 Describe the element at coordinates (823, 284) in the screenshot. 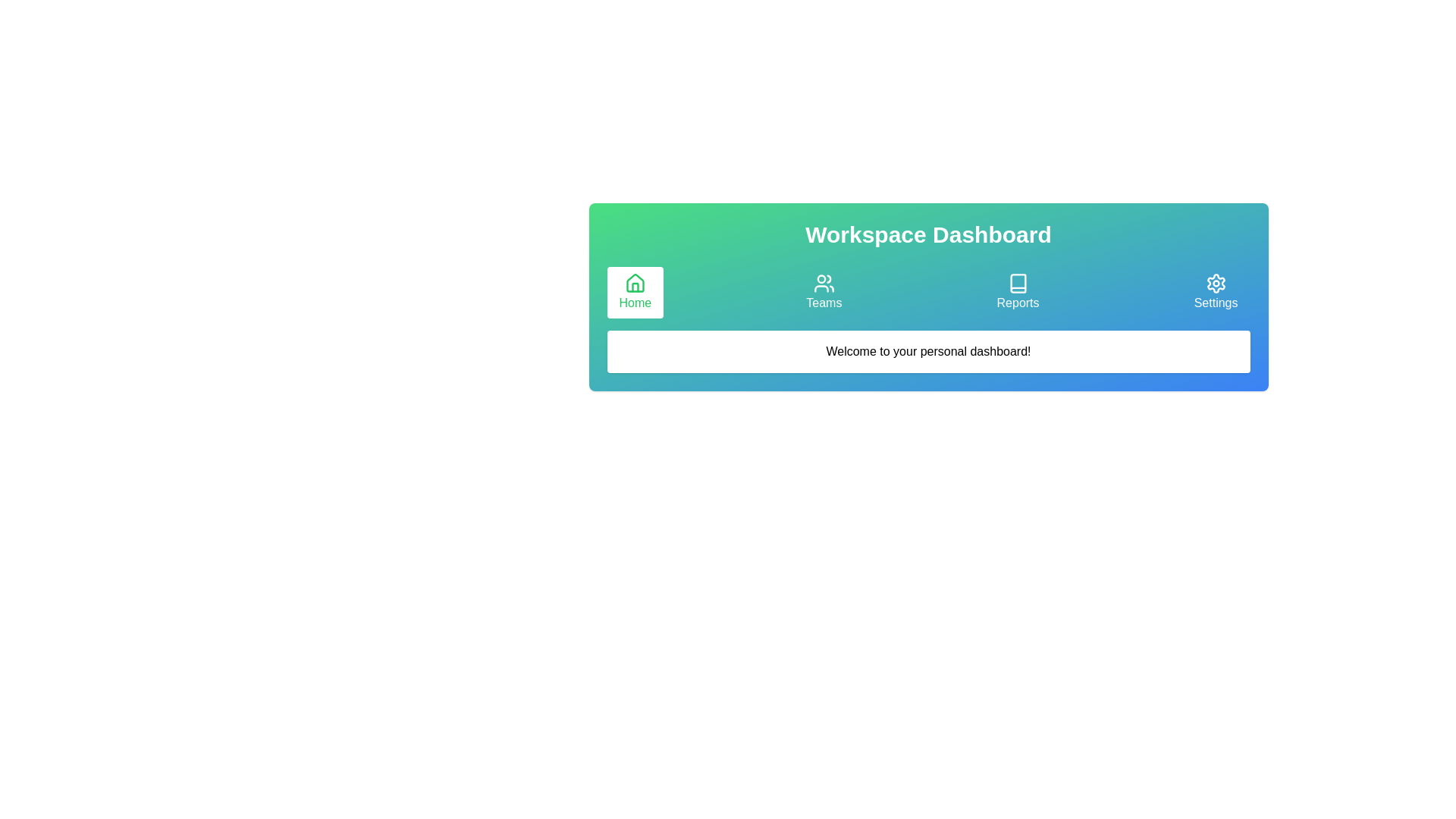

I see `the 'Teams' icon located in the navigation bar, which is the second item from the left, positioned between 'Home' and 'Reports'` at that location.